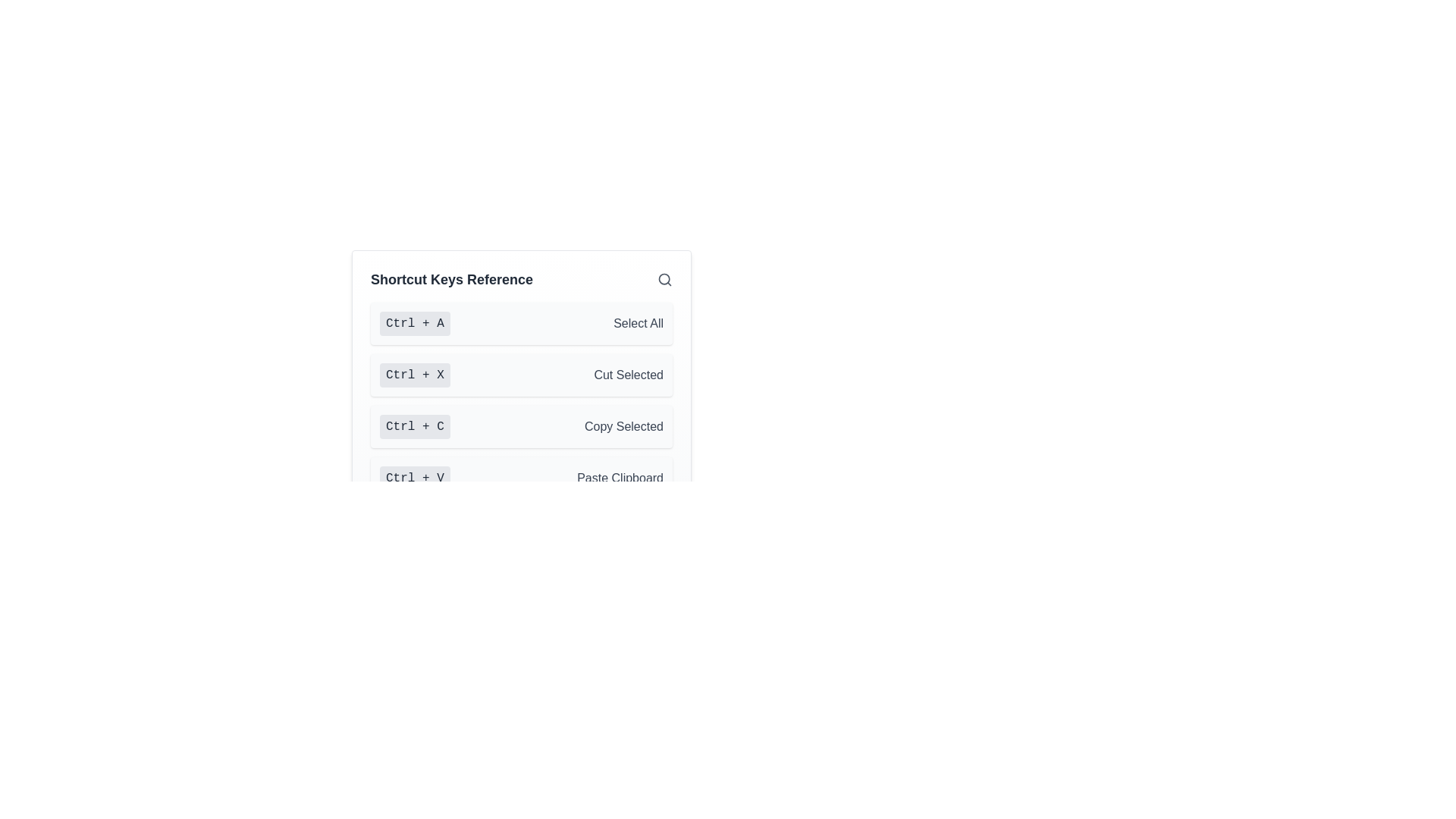 The image size is (1456, 819). What do you see at coordinates (664, 279) in the screenshot?
I see `the circular component of the magnifying glass icon located in the top-right corner of the user interface` at bounding box center [664, 279].